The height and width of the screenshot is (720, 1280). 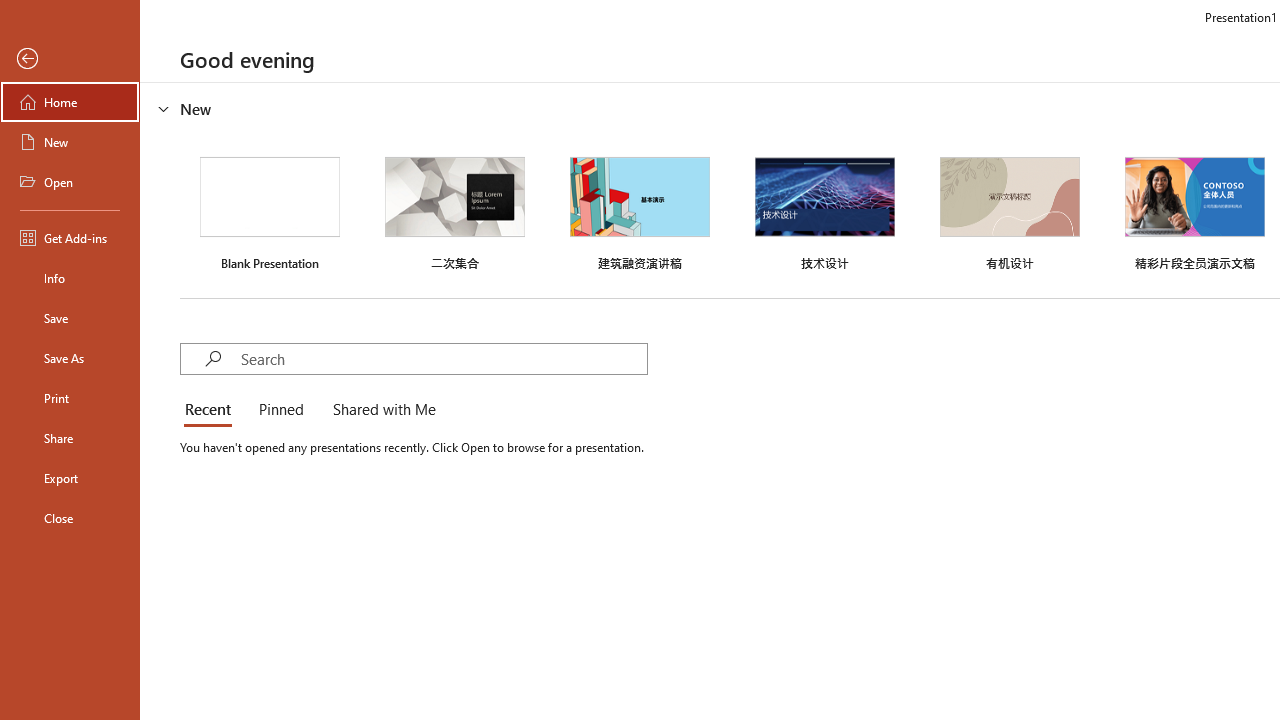 What do you see at coordinates (69, 236) in the screenshot?
I see `'Get Add-ins'` at bounding box center [69, 236].